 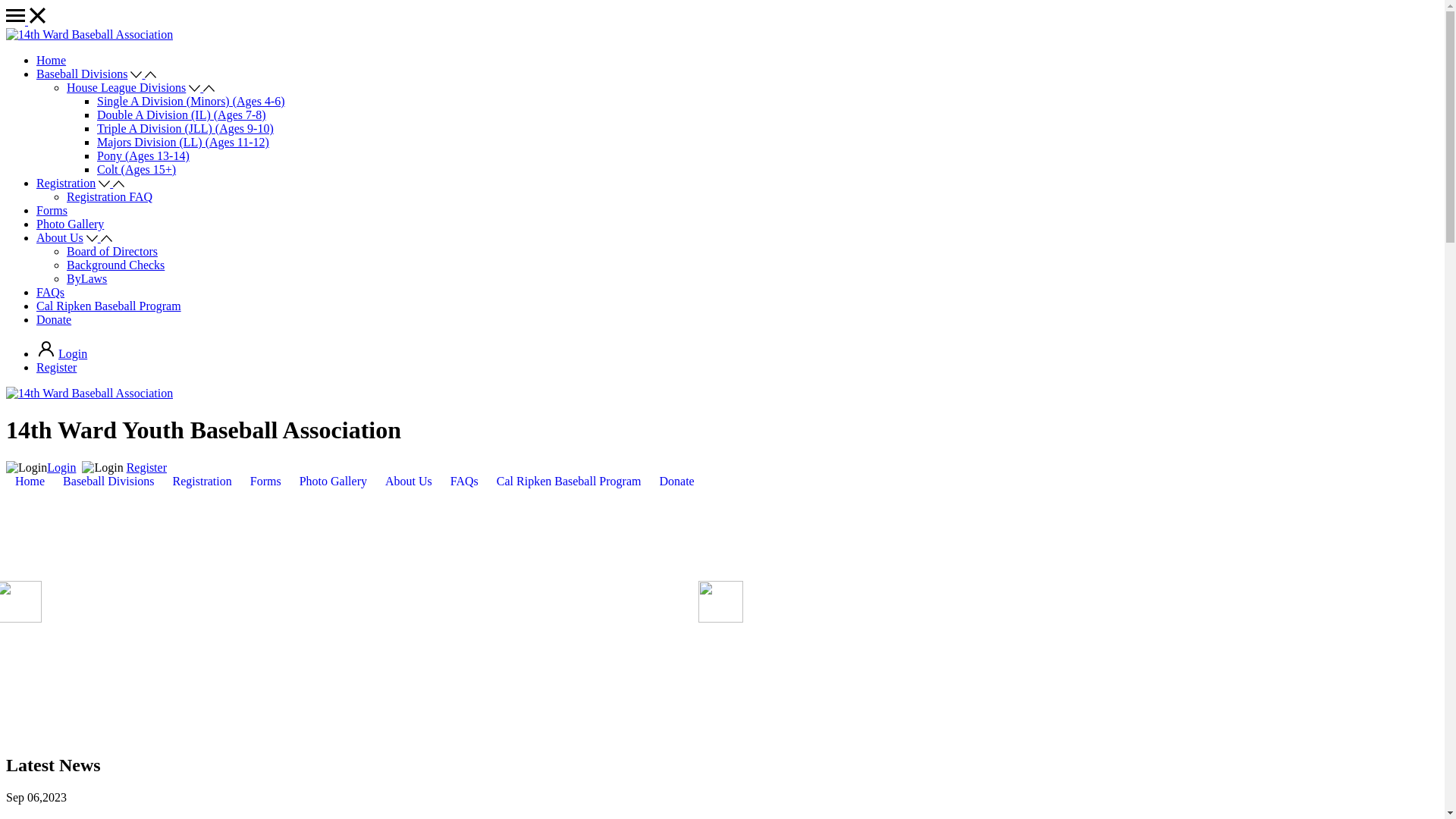 What do you see at coordinates (111, 250) in the screenshot?
I see `'Board of Directors'` at bounding box center [111, 250].